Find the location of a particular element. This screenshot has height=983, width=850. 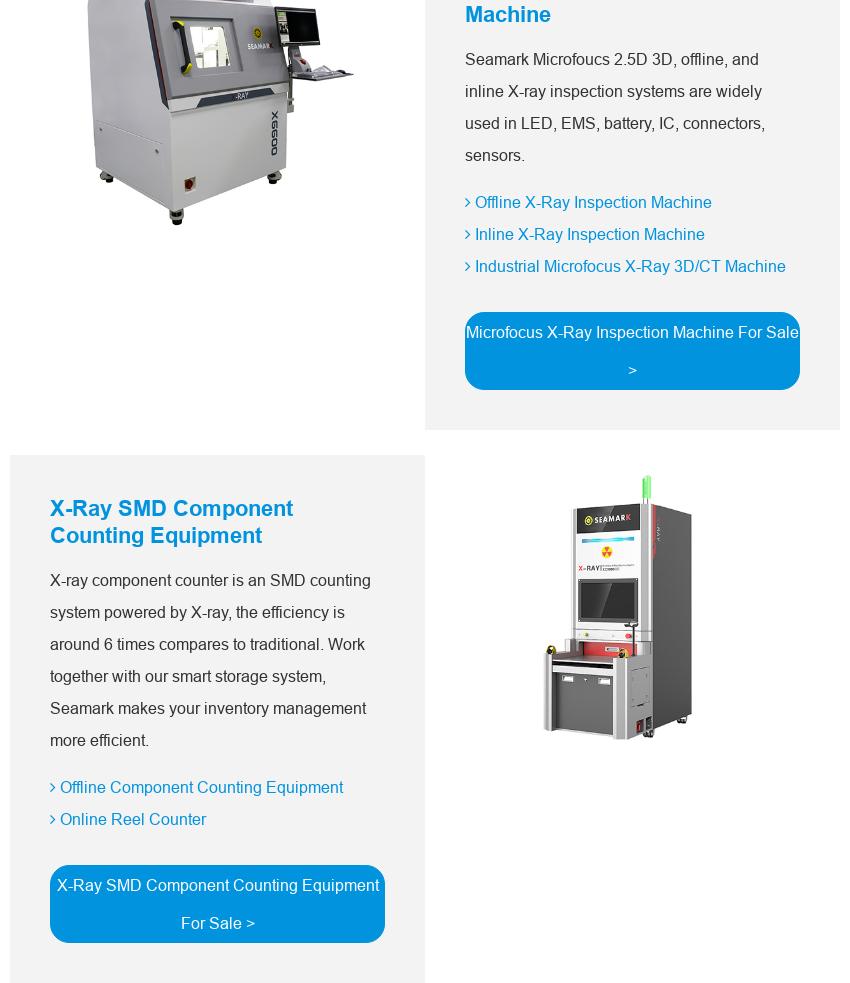

'Inline X-Ray Inspection Machine' is located at coordinates (588, 233).